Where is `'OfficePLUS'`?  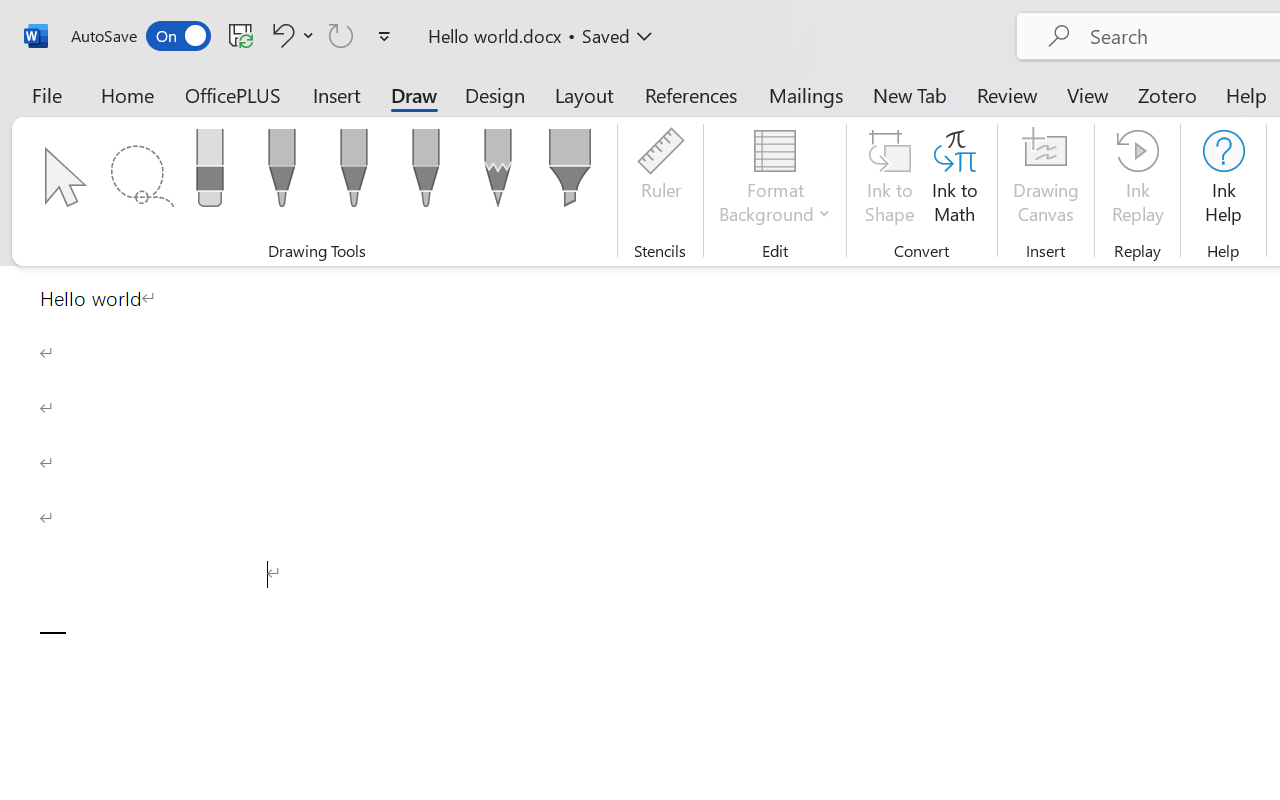
'OfficePLUS' is located at coordinates (233, 94).